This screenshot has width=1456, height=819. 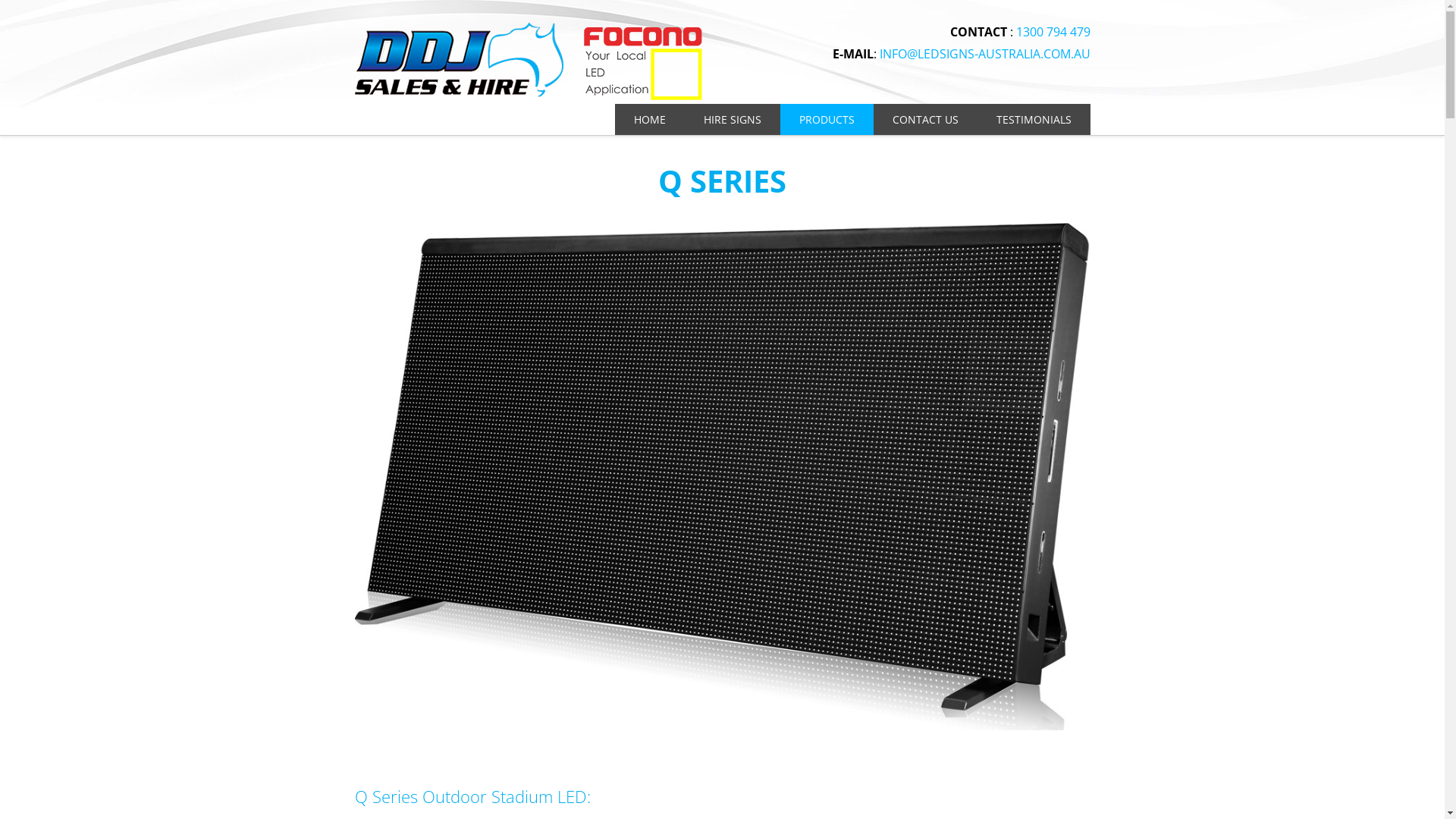 I want to click on '1300 794 479', so click(x=1052, y=32).